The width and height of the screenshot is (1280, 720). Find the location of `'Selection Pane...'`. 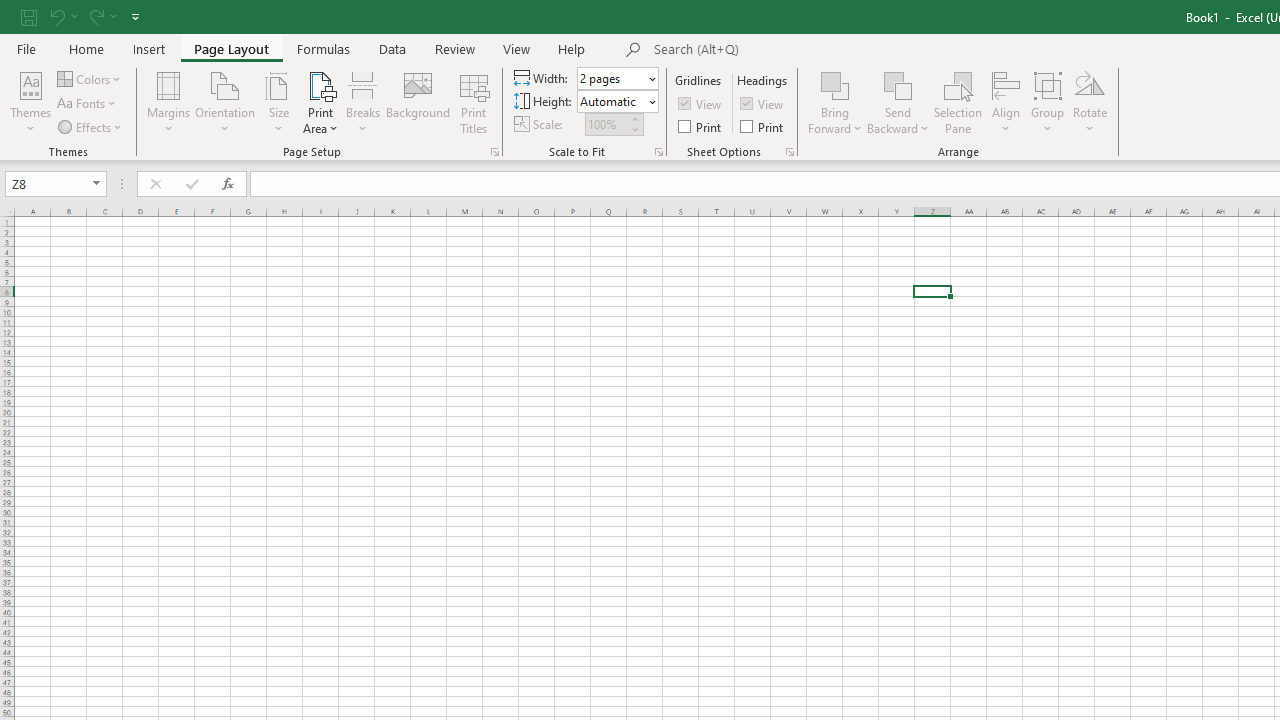

'Selection Pane...' is located at coordinates (957, 103).